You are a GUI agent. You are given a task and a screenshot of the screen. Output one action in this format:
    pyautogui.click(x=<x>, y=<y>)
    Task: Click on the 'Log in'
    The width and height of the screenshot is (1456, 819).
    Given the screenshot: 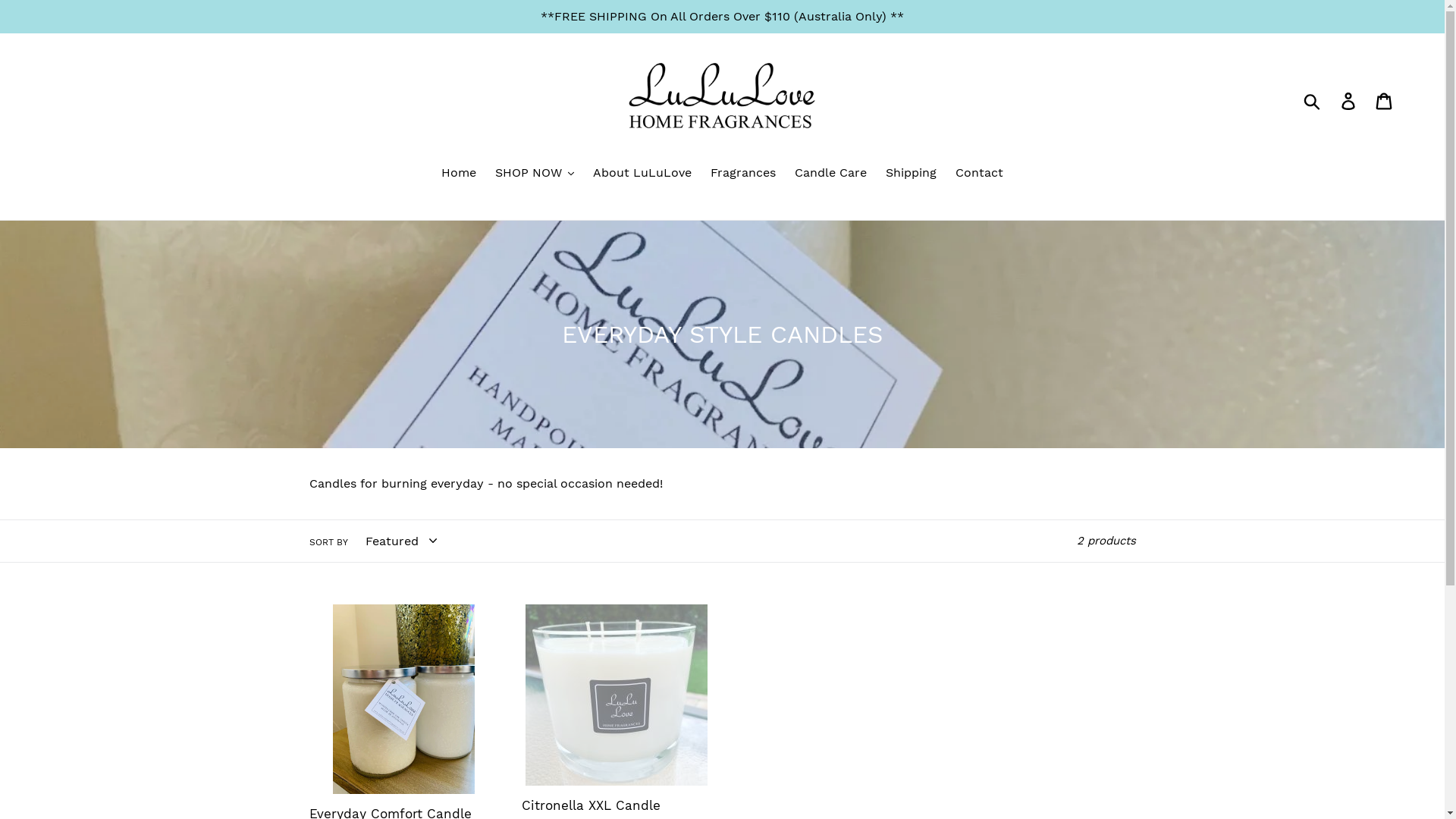 What is the action you would take?
    pyautogui.click(x=1349, y=100)
    